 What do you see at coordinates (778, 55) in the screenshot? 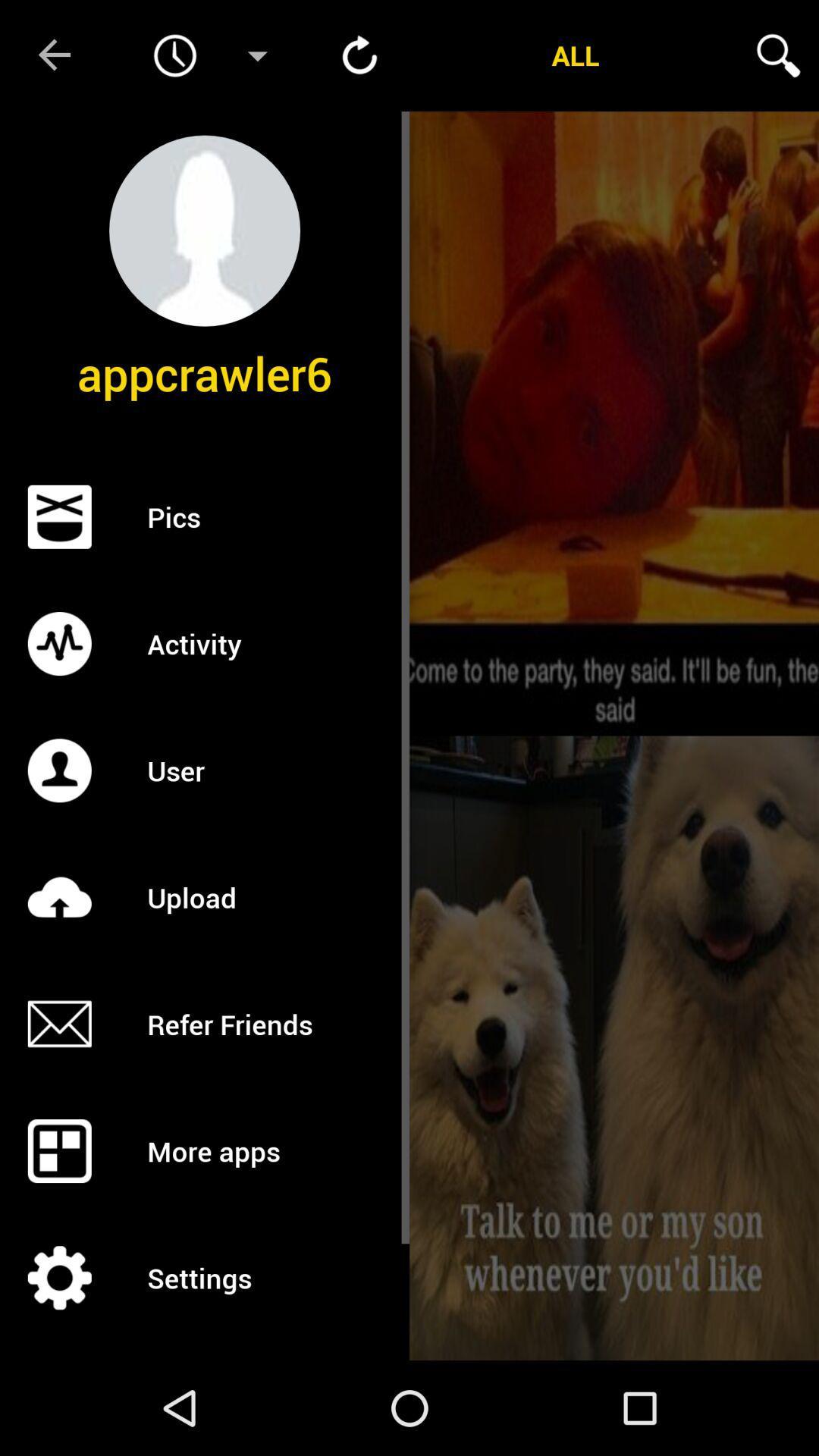
I see `search toggle` at bounding box center [778, 55].